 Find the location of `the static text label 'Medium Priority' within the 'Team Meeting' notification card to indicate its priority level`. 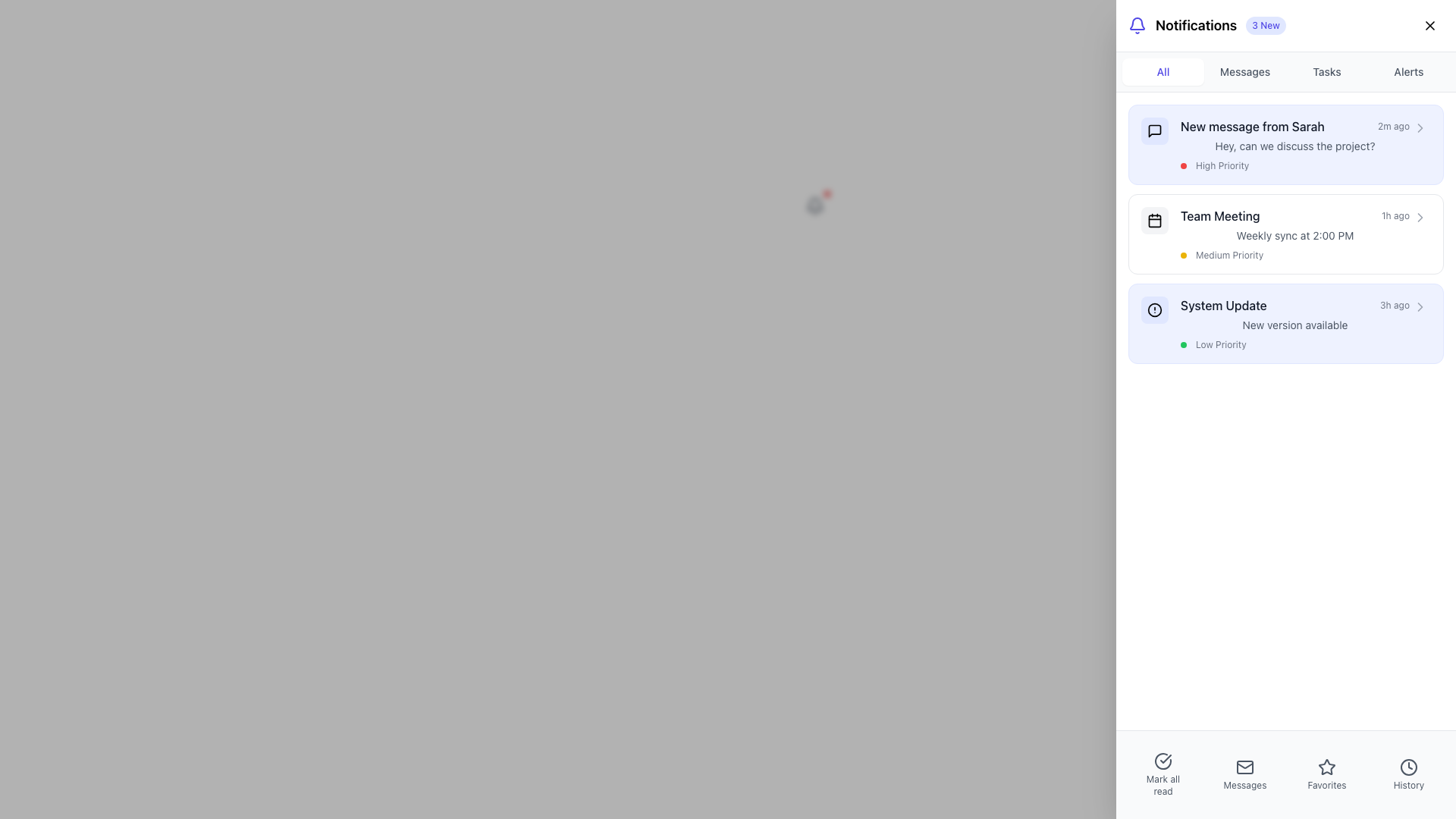

the static text label 'Medium Priority' within the 'Team Meeting' notification card to indicate its priority level is located at coordinates (1229, 254).